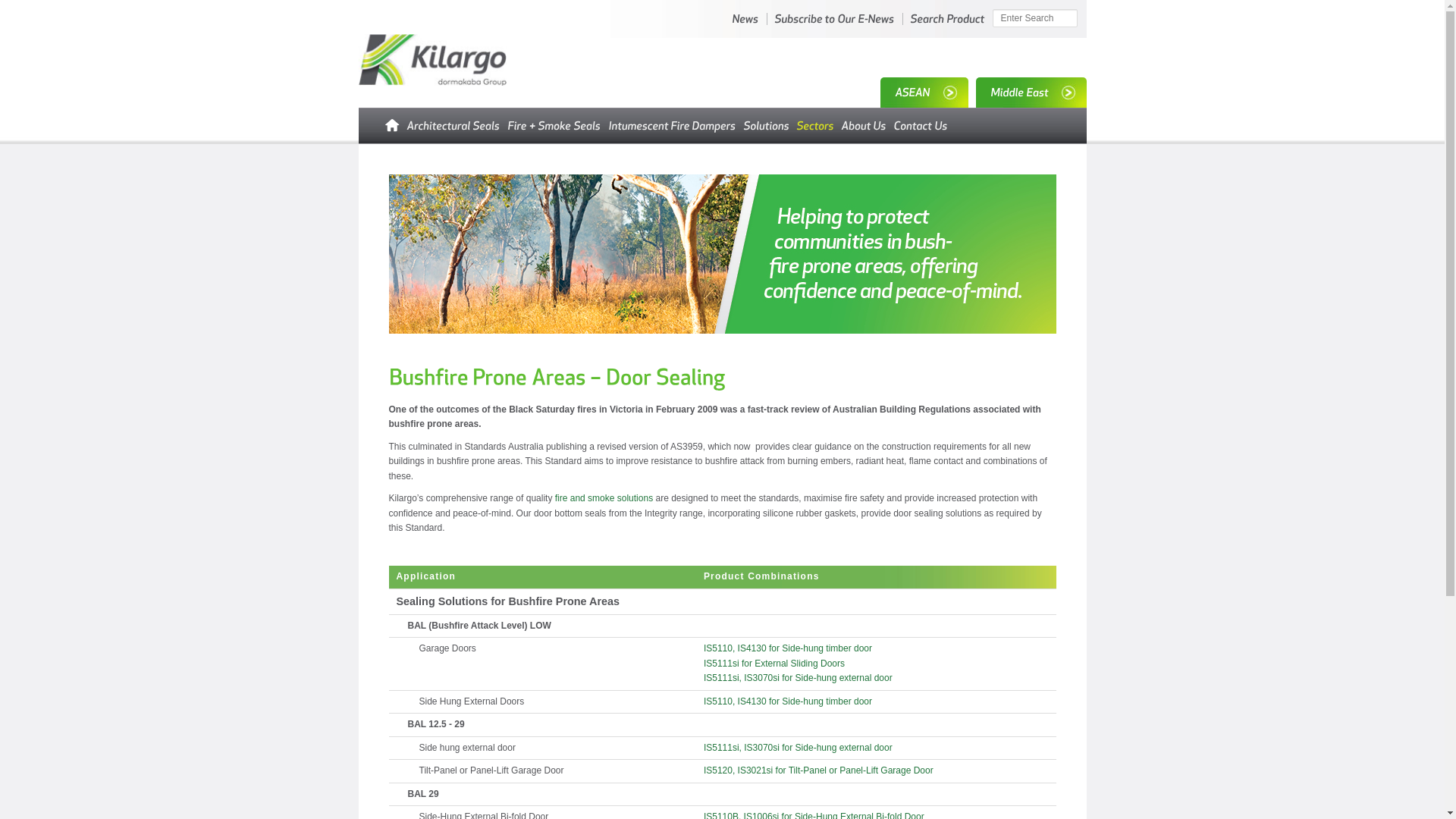 Image resolution: width=1456 pixels, height=819 pixels. Describe the element at coordinates (24, 8) in the screenshot. I see `'Search'` at that location.